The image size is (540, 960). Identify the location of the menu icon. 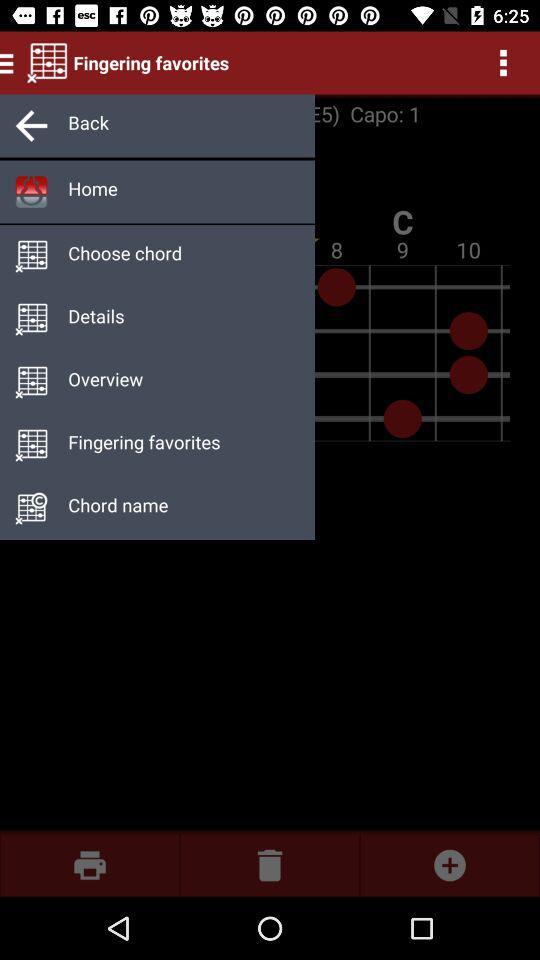
(9, 62).